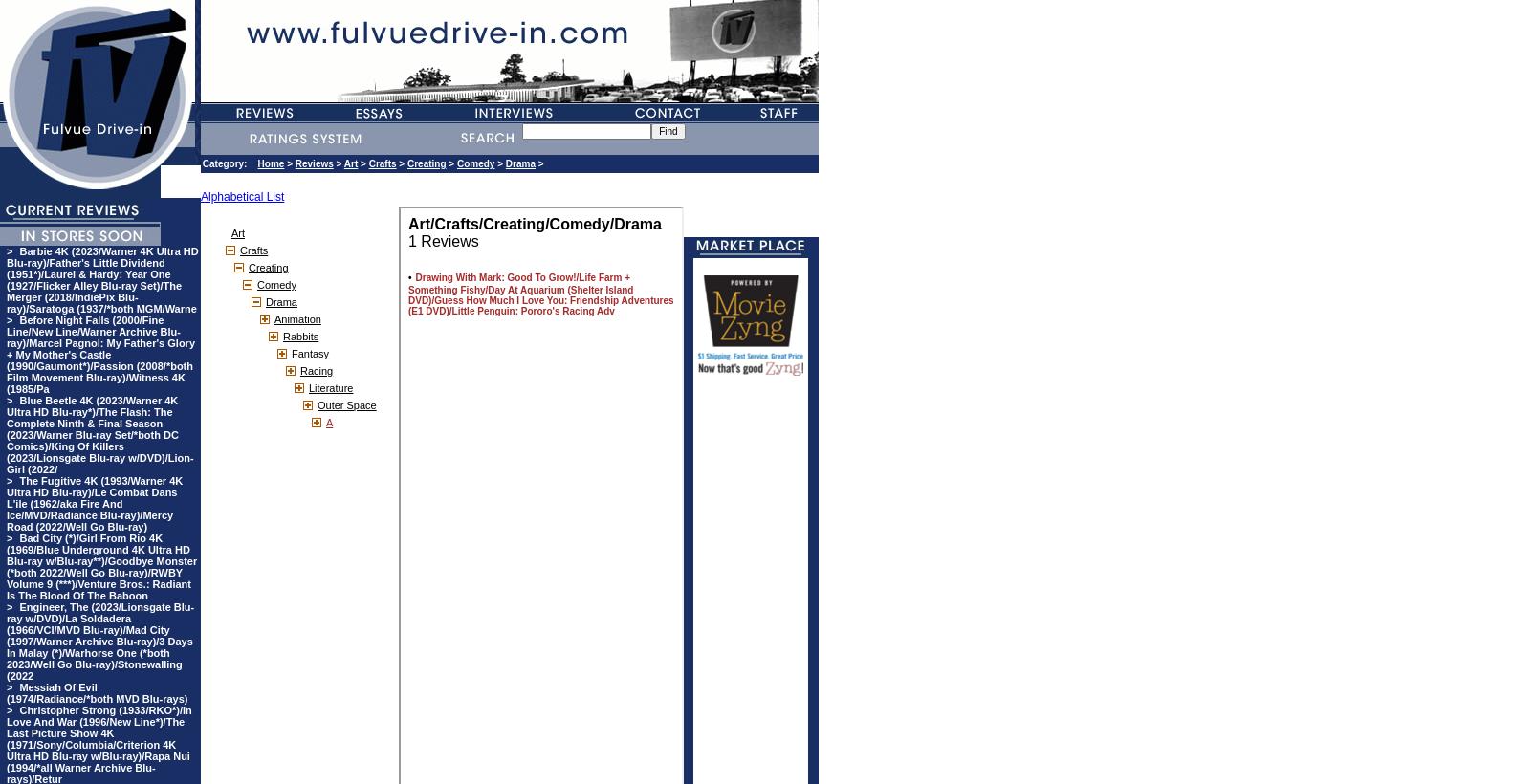 The image size is (1534, 784). What do you see at coordinates (6, 434) in the screenshot?
I see `'Blue Beetle 4K (2023/Warner 4K Ultra HD Blu-ray*)/The Flash: The Complete Ninth & Final Season (2023/Warner Blu-ray Set/*both DC Comics)/King Of Killers (2023/Lionsgate Blu-ray w/DVD)/Lion-Girl (2022/'` at bounding box center [6, 434].